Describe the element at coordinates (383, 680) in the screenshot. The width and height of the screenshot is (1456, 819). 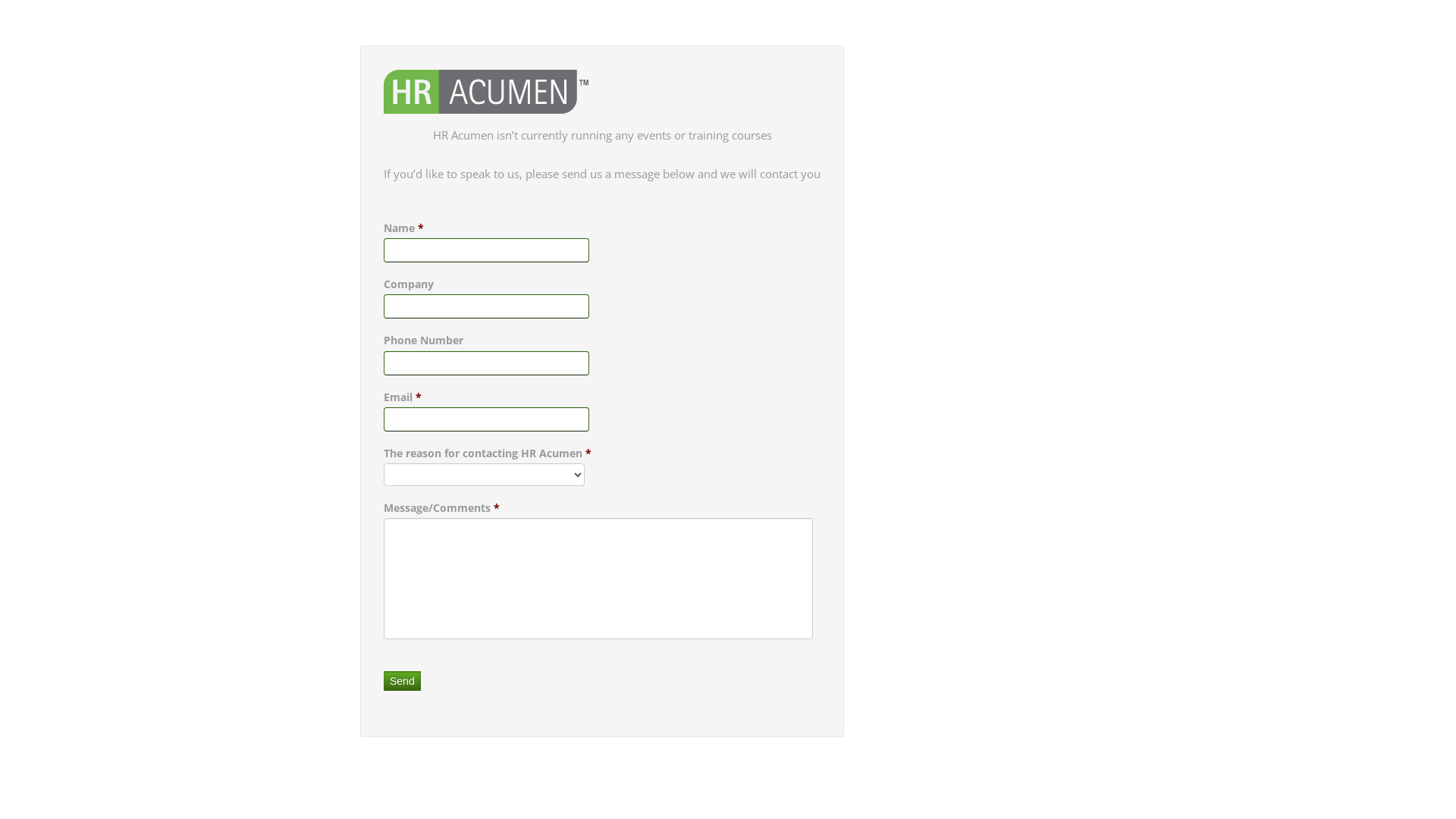
I see `'Send'` at that location.